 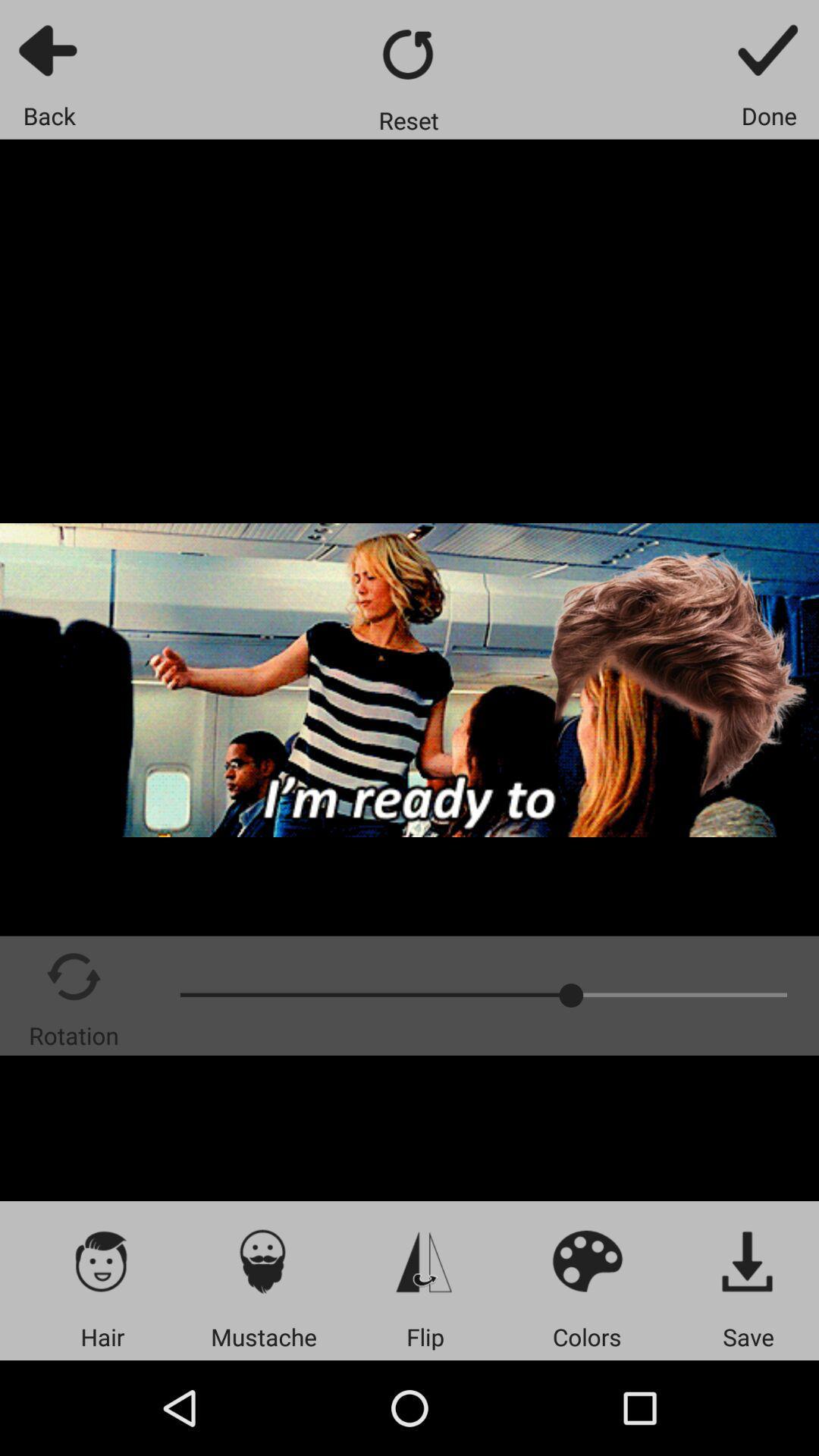 I want to click on edit the colors, so click(x=586, y=1260).